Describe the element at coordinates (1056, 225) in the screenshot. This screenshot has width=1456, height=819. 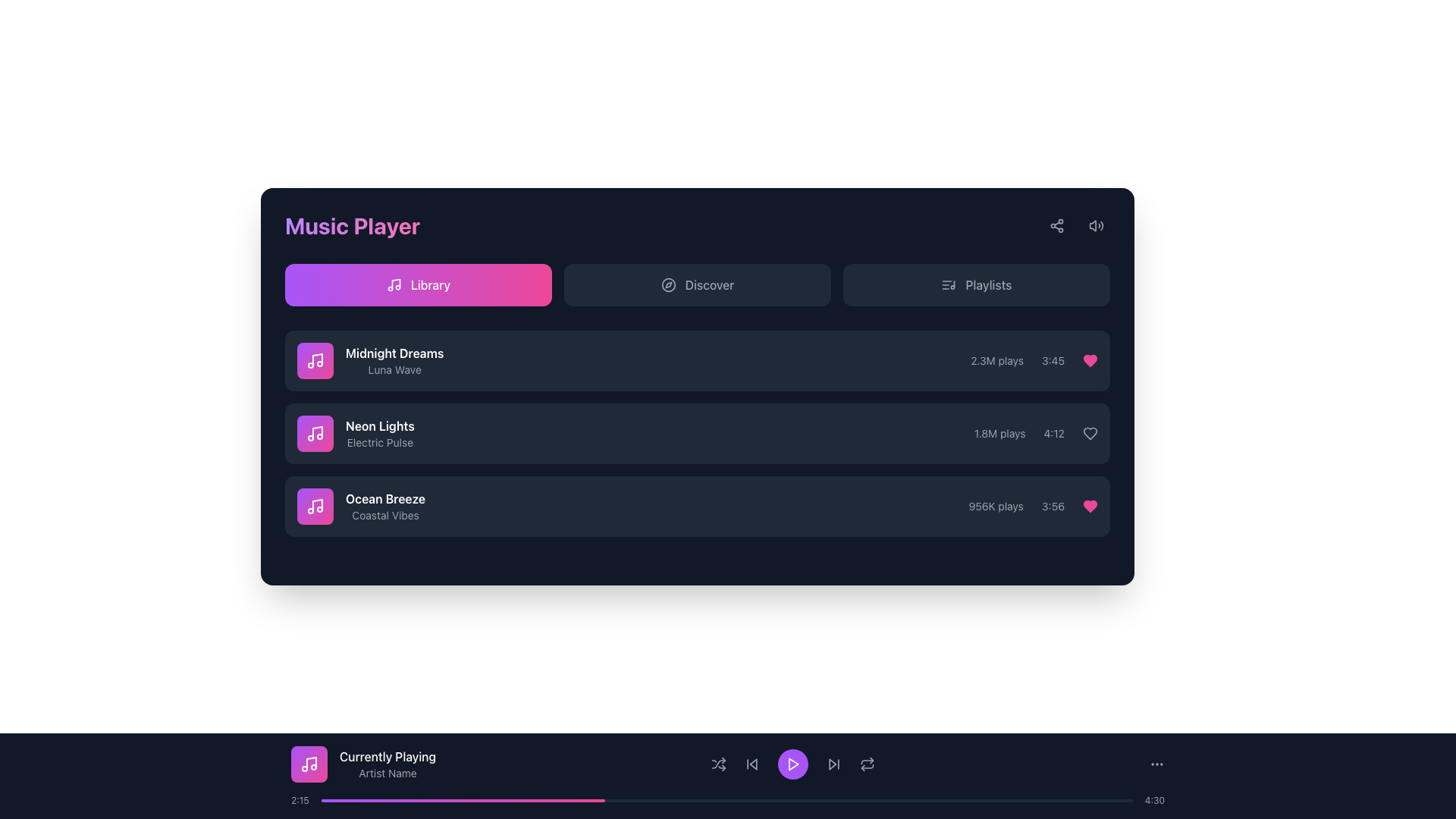
I see `the share button with an SVG-based icon located at the top-right corner` at that location.